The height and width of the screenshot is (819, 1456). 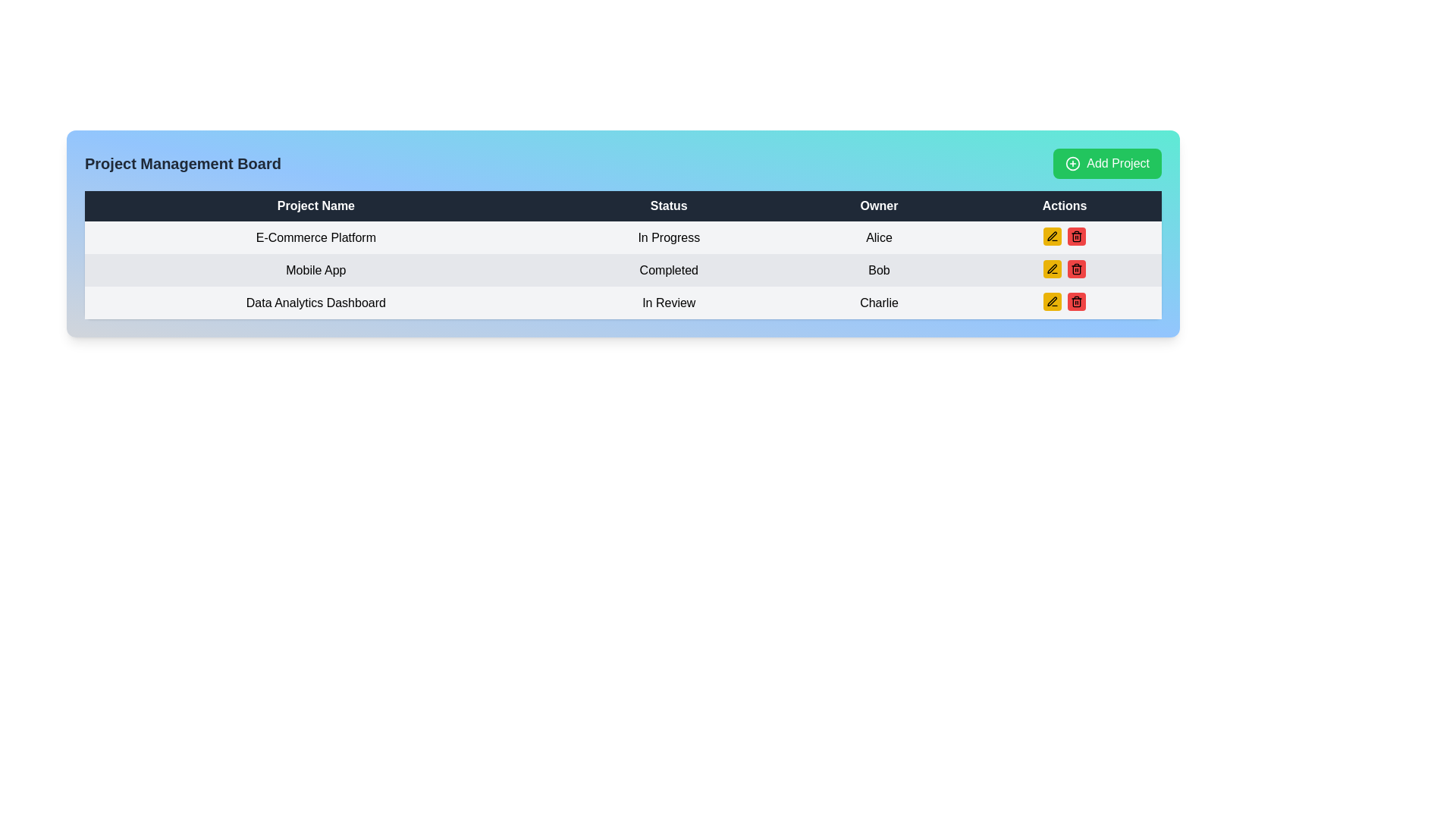 What do you see at coordinates (315, 303) in the screenshot?
I see `the label indicating the project name 'Data Analytics Dashboard' located in the third row under the 'Project Name' column of the table` at bounding box center [315, 303].